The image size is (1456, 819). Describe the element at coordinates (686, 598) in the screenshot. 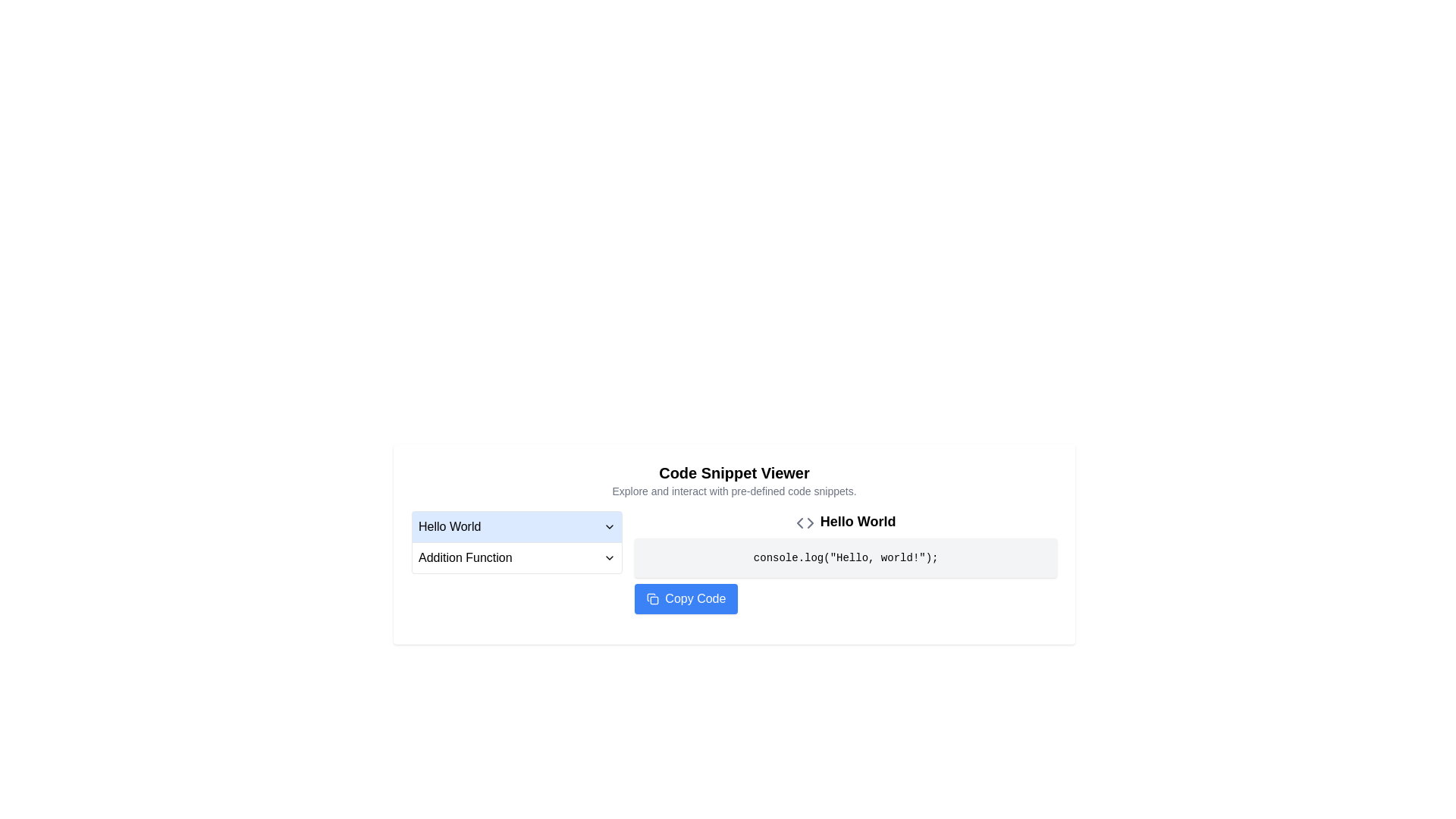

I see `the rectangular button with a vibrant blue background and white text reading 'Copy Code'` at that location.